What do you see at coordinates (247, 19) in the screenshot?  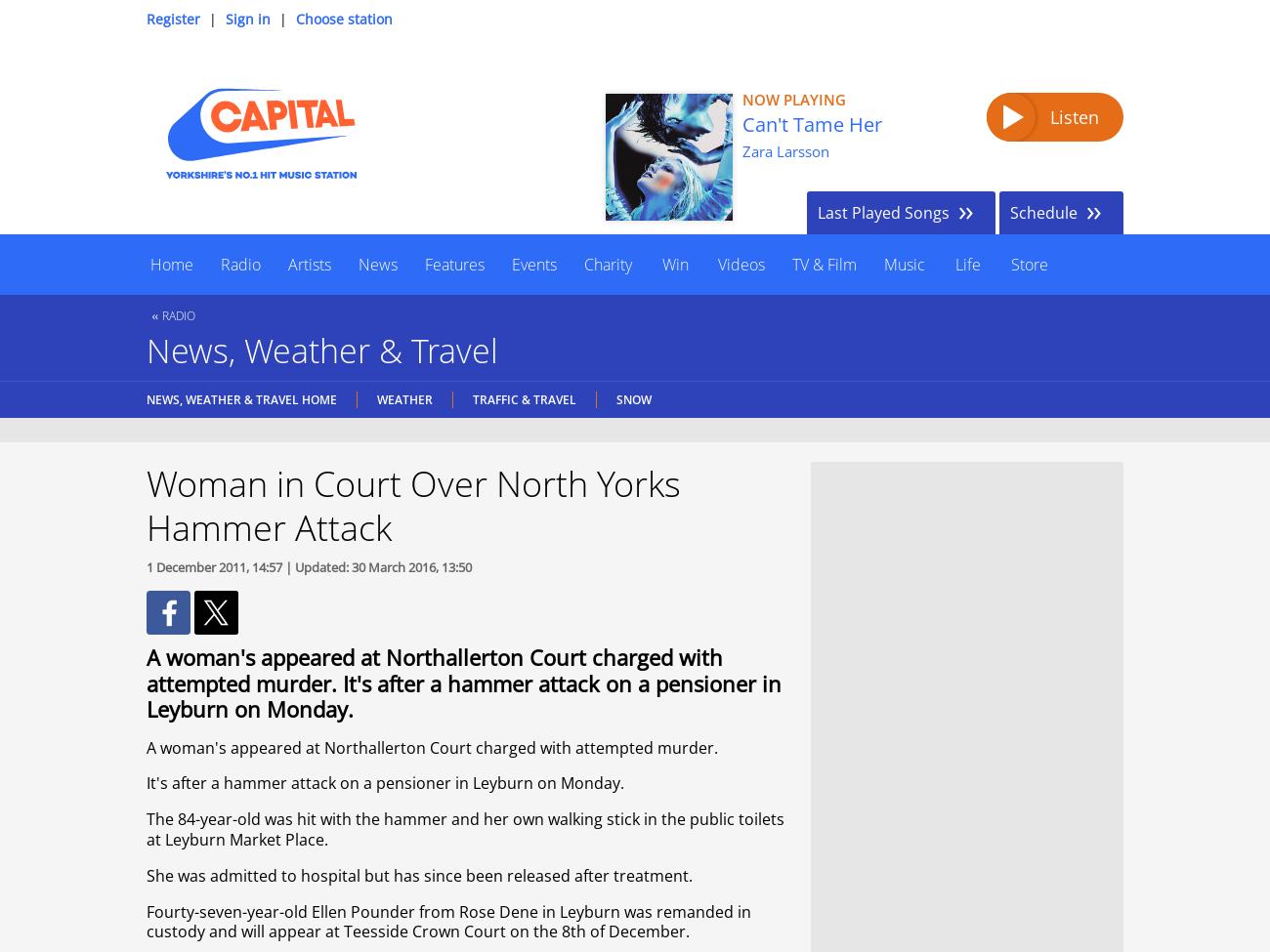 I see `'Sign in'` at bounding box center [247, 19].